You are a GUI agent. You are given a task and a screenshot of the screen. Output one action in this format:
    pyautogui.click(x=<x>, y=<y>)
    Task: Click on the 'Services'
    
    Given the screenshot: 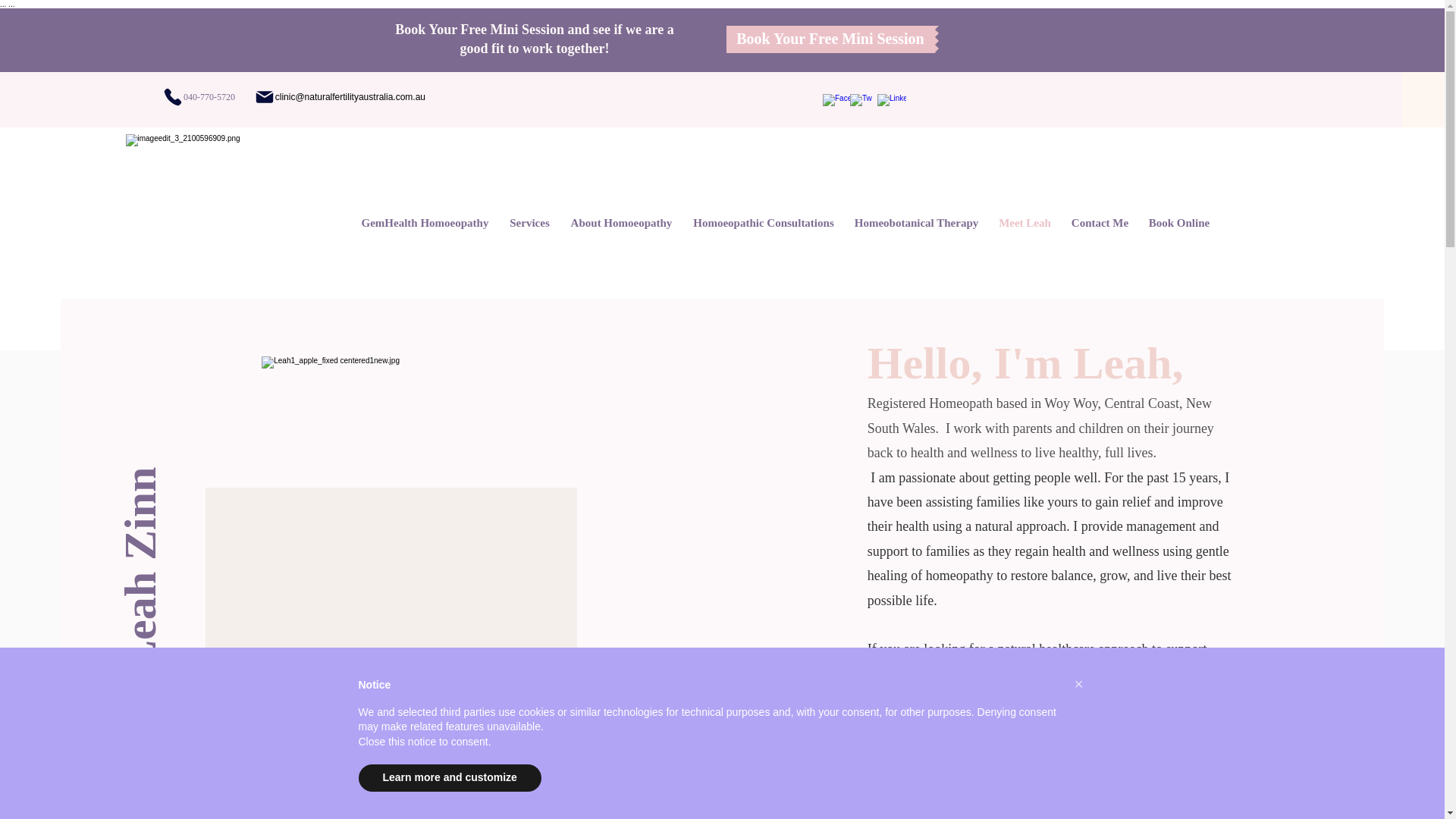 What is the action you would take?
    pyautogui.click(x=498, y=222)
    